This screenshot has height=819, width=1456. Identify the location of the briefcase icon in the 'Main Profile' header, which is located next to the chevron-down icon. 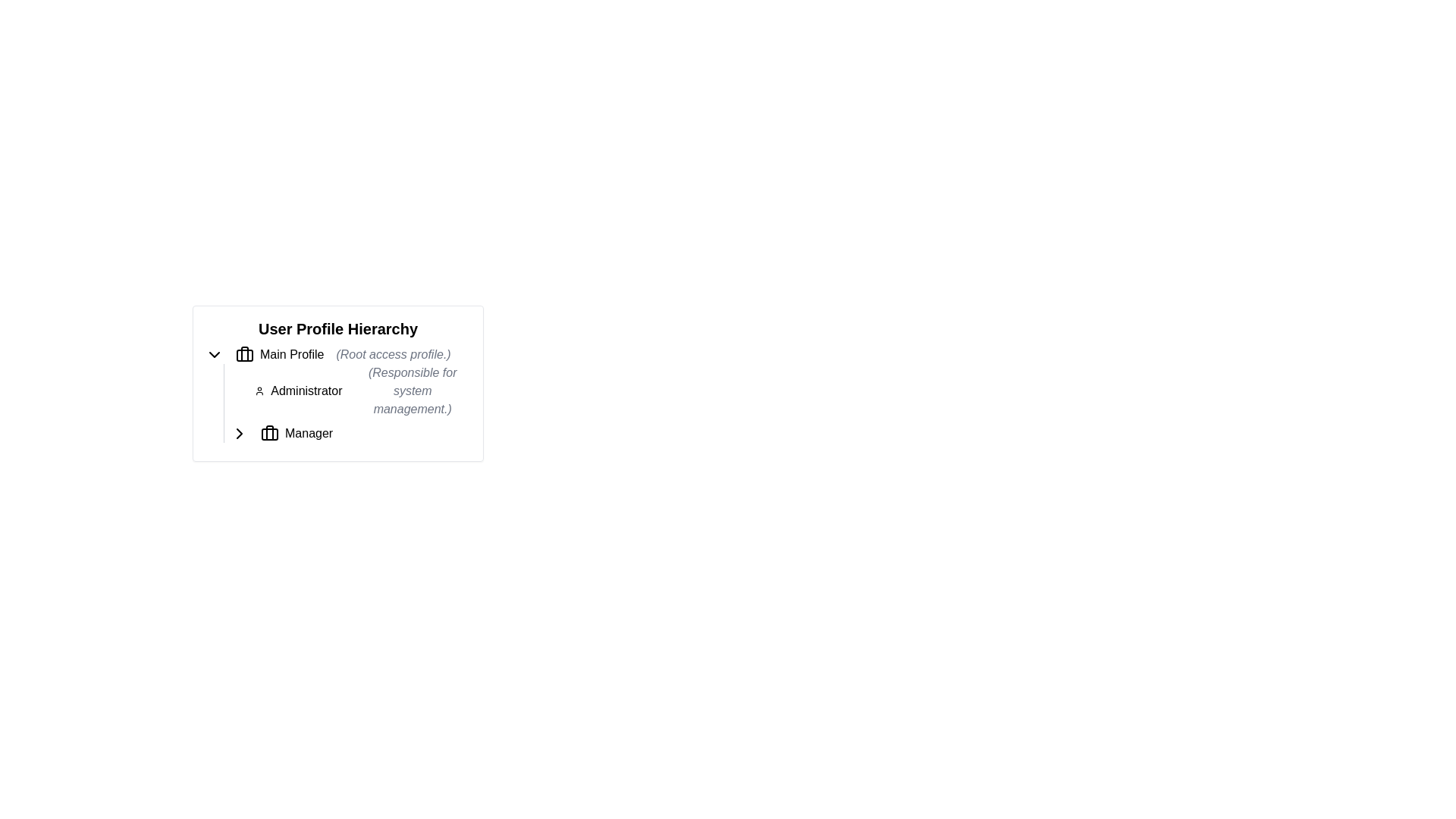
(244, 354).